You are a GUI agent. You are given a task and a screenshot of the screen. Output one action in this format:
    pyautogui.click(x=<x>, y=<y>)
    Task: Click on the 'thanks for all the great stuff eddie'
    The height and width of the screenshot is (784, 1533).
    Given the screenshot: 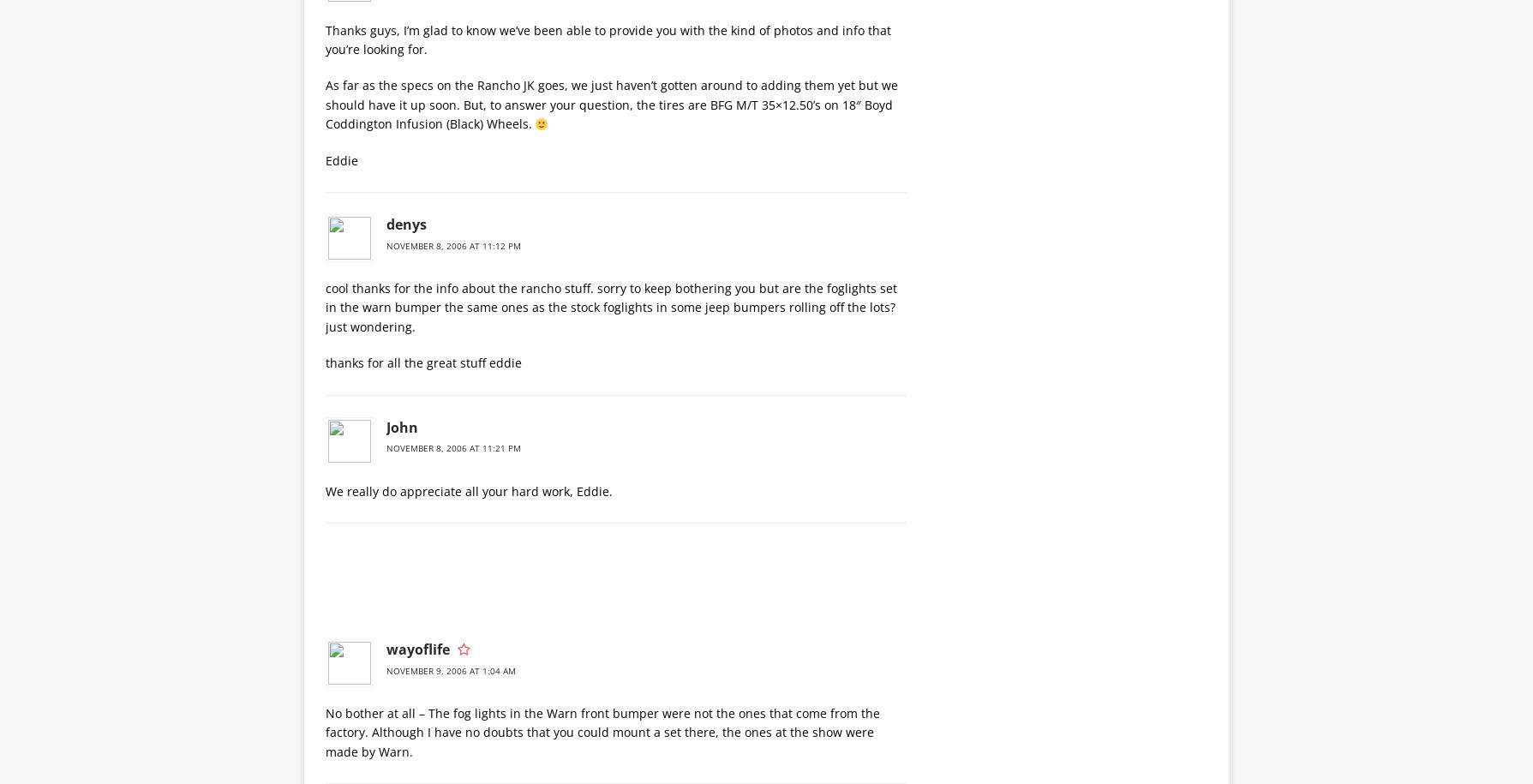 What is the action you would take?
    pyautogui.click(x=422, y=362)
    